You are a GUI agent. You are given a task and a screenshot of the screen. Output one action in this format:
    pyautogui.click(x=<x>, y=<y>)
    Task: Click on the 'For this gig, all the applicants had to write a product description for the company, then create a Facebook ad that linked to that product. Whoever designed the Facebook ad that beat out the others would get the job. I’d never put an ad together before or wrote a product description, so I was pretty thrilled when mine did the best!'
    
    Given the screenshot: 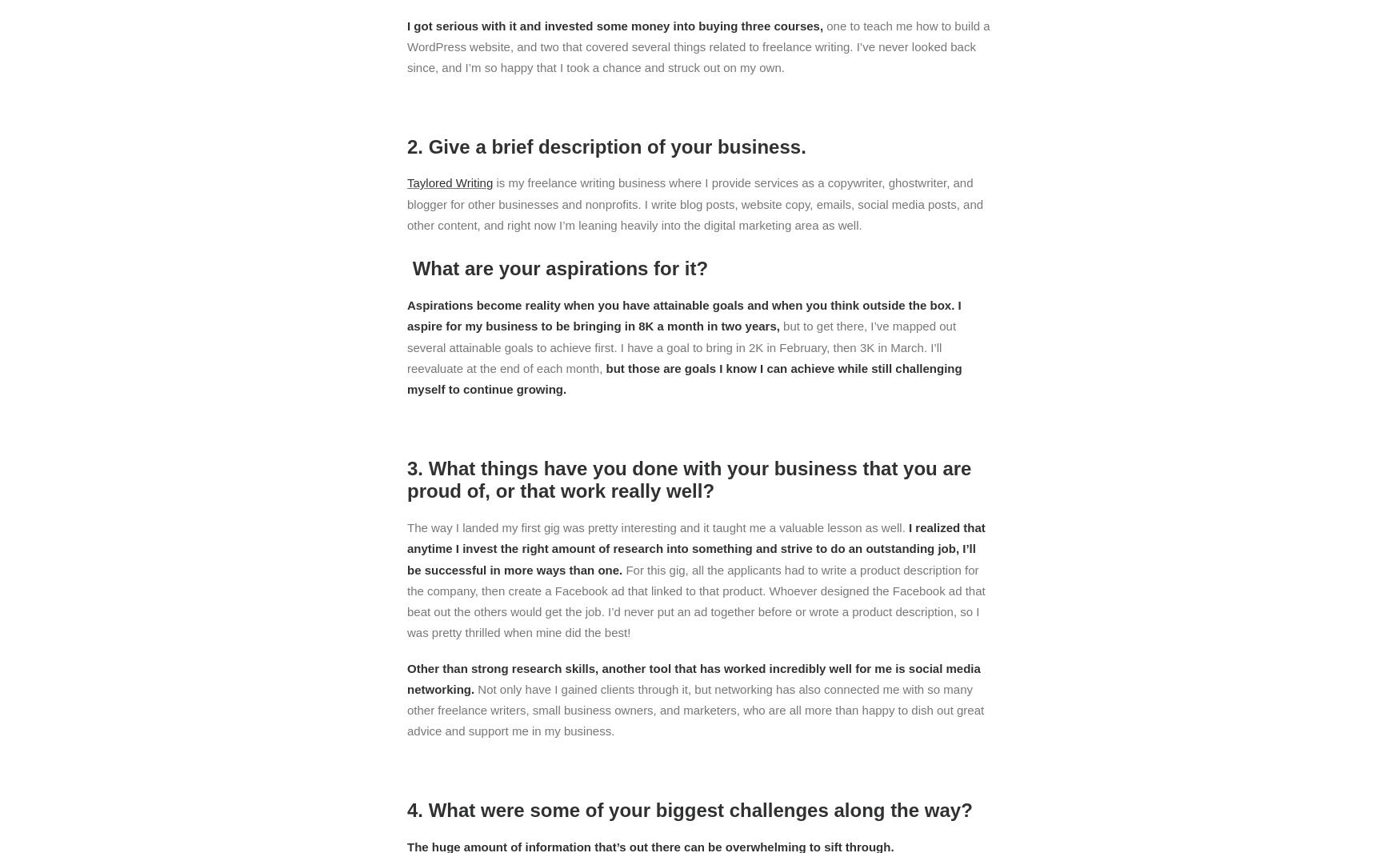 What is the action you would take?
    pyautogui.click(x=406, y=599)
    